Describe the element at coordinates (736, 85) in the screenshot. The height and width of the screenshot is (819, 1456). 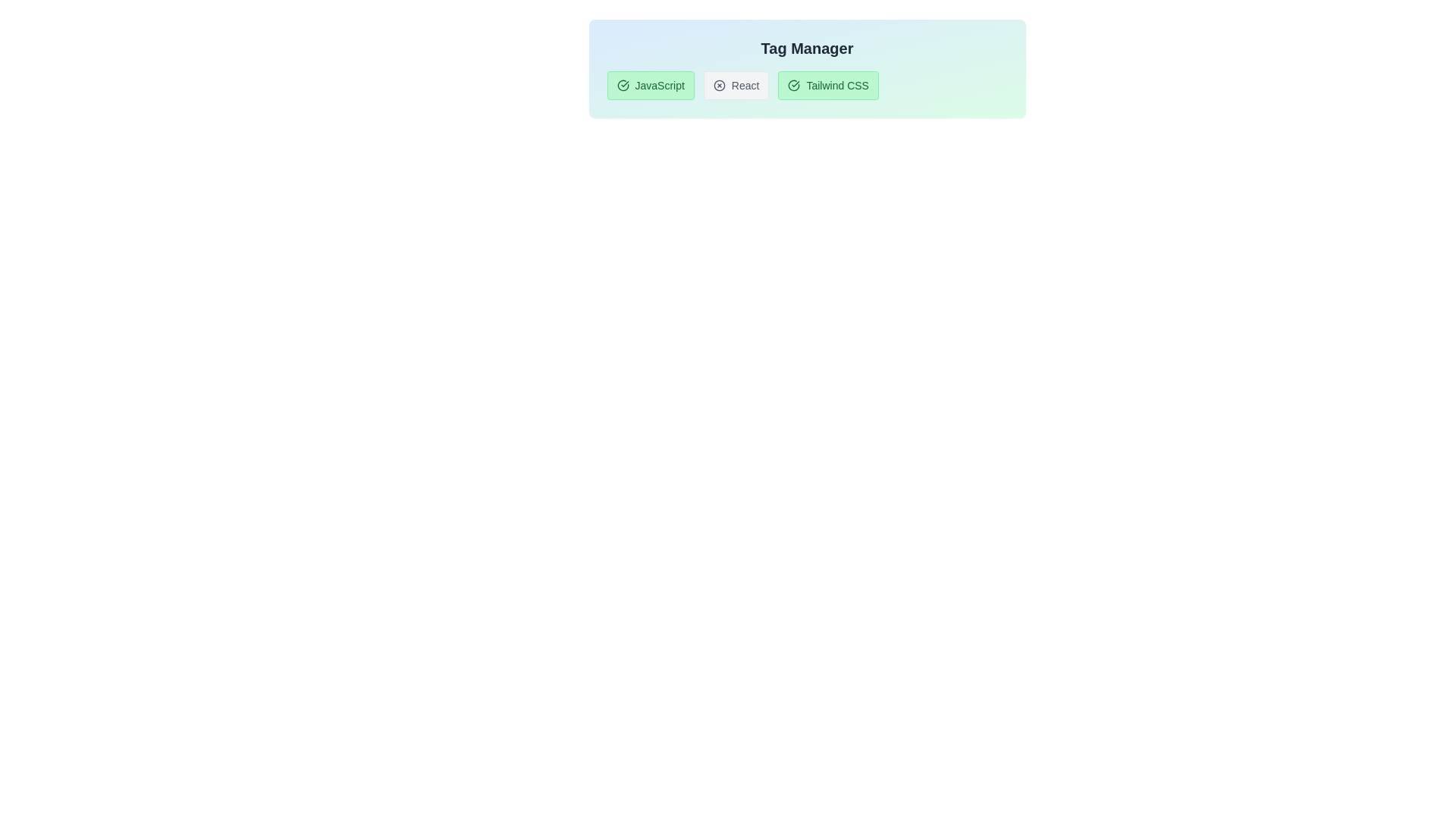
I see `the tag labeled React to toggle its active state` at that location.